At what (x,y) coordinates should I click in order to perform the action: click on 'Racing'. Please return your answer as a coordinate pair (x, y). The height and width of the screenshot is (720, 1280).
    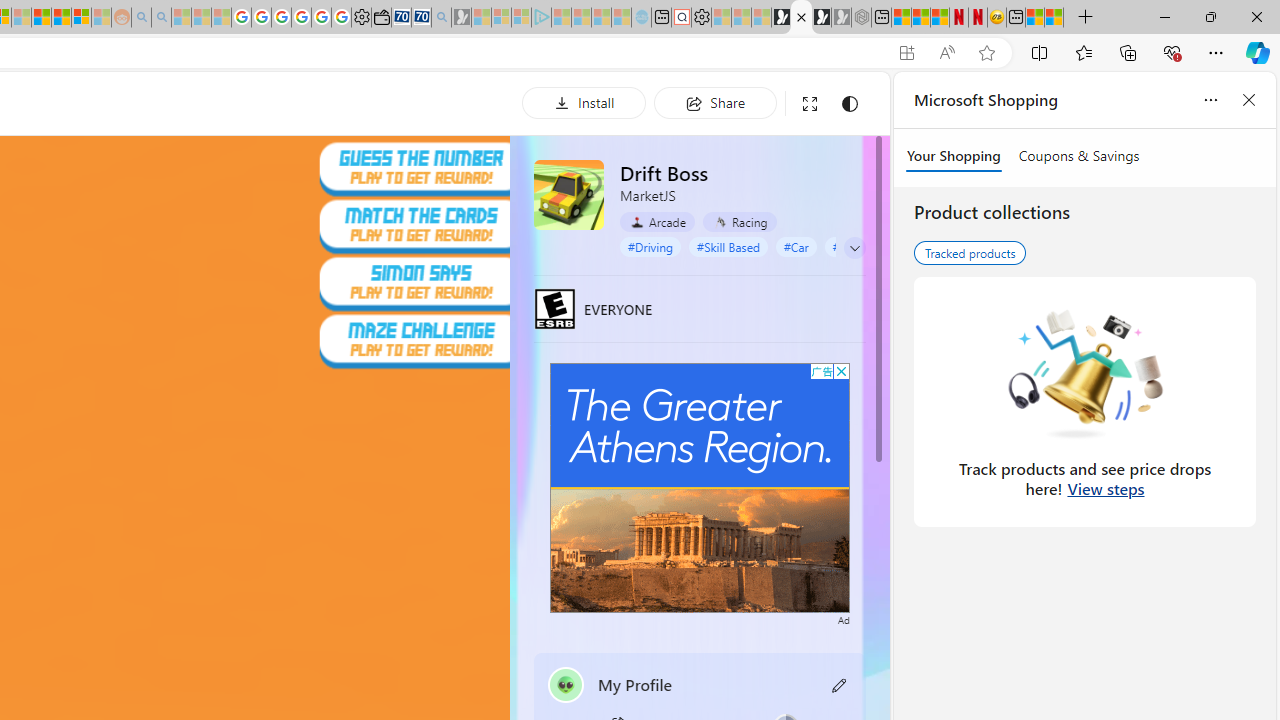
    Looking at the image, I should click on (738, 222).